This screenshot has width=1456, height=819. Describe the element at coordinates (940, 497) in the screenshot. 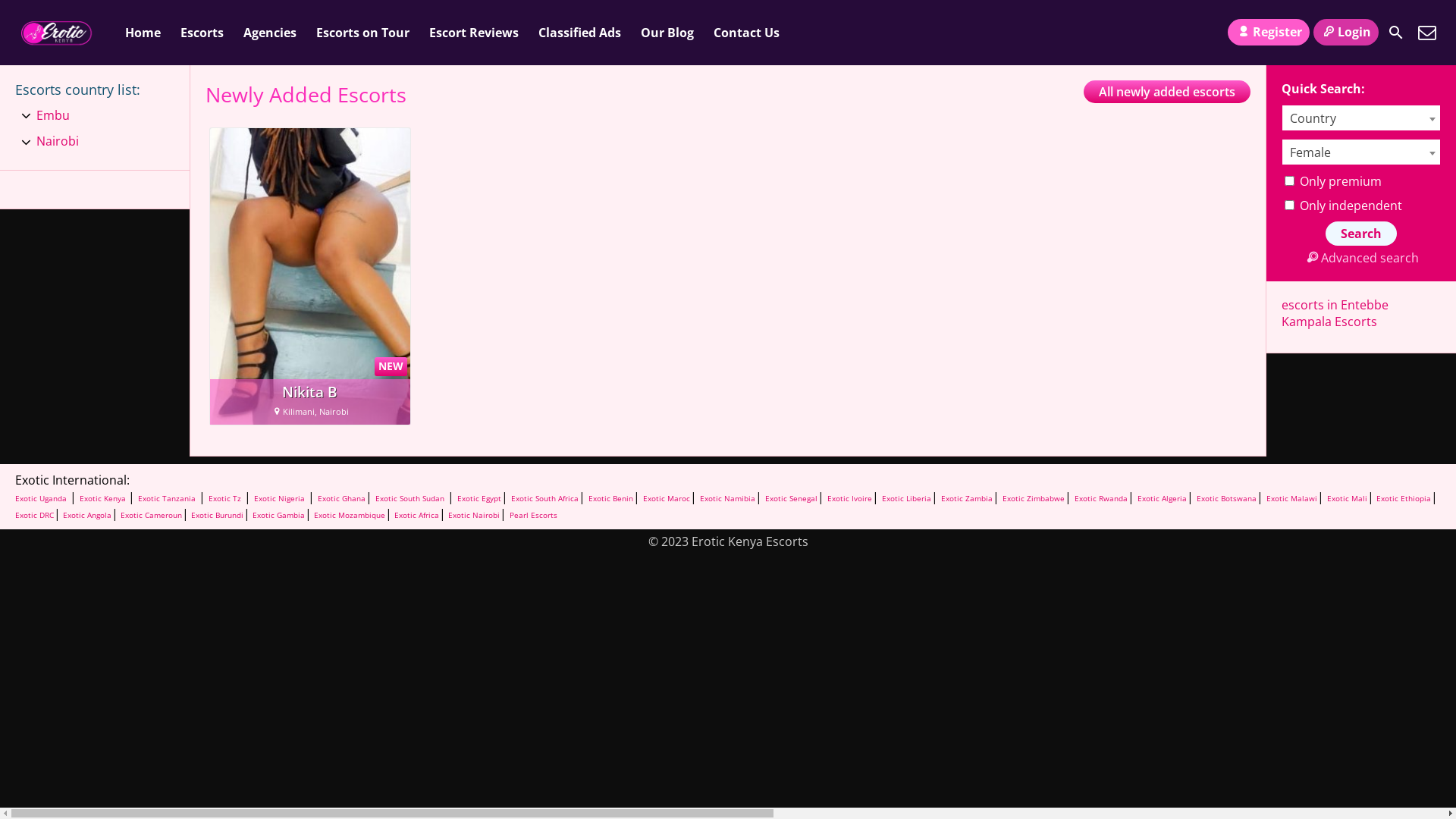

I see `'Exotic Zambia'` at that location.